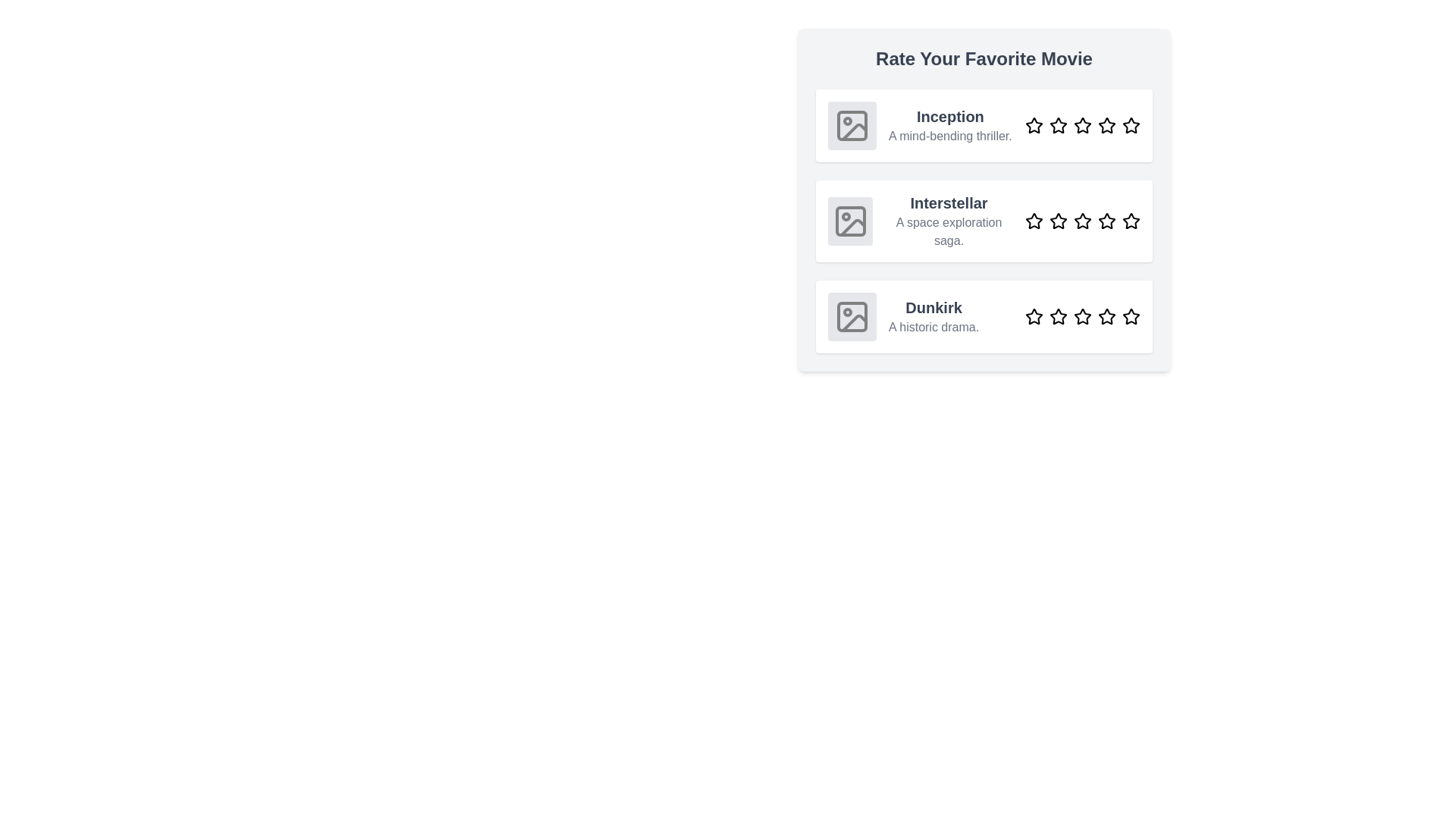 This screenshot has width=1456, height=819. Describe the element at coordinates (1058, 124) in the screenshot. I see `the second star icon in the rating component for the movie 'Inception'` at that location.